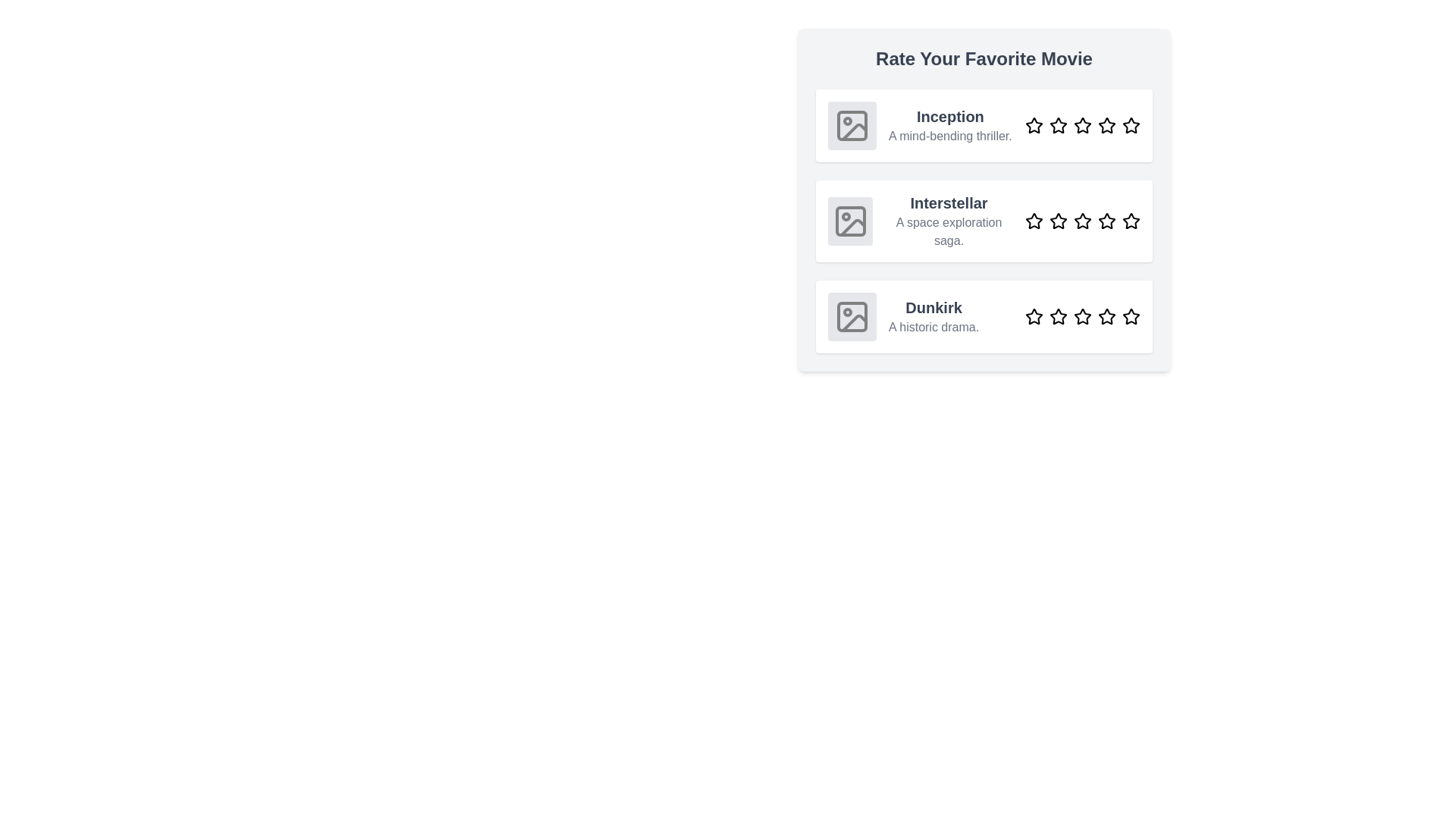 This screenshot has width=1456, height=819. Describe the element at coordinates (1058, 124) in the screenshot. I see `the second star icon in the rating component for the movie 'Inception'` at that location.